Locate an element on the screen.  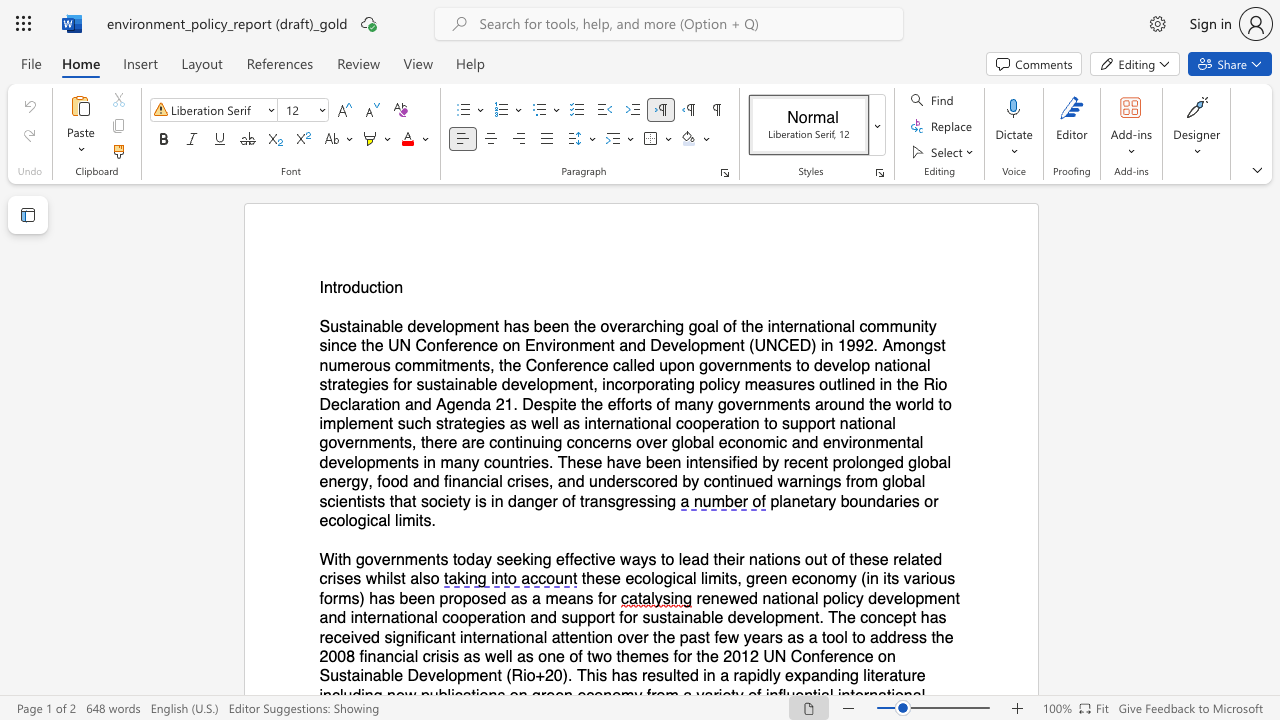
the subset text "seekin" within the text "With governments today seeking effective ways to lead their nations out of these related crises whilst also" is located at coordinates (496, 559).